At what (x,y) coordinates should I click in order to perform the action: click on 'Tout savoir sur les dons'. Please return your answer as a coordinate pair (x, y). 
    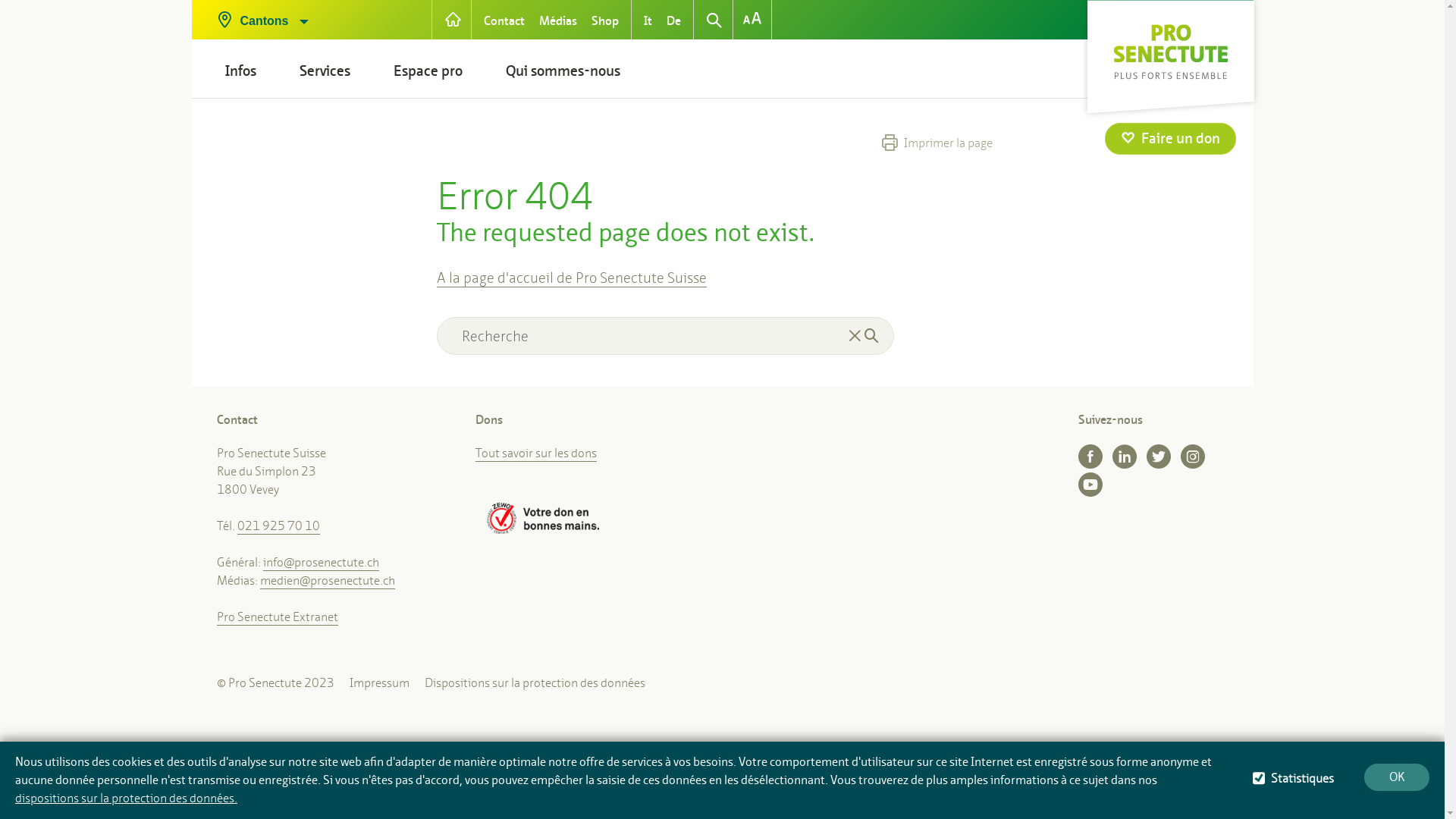
    Looking at the image, I should click on (475, 452).